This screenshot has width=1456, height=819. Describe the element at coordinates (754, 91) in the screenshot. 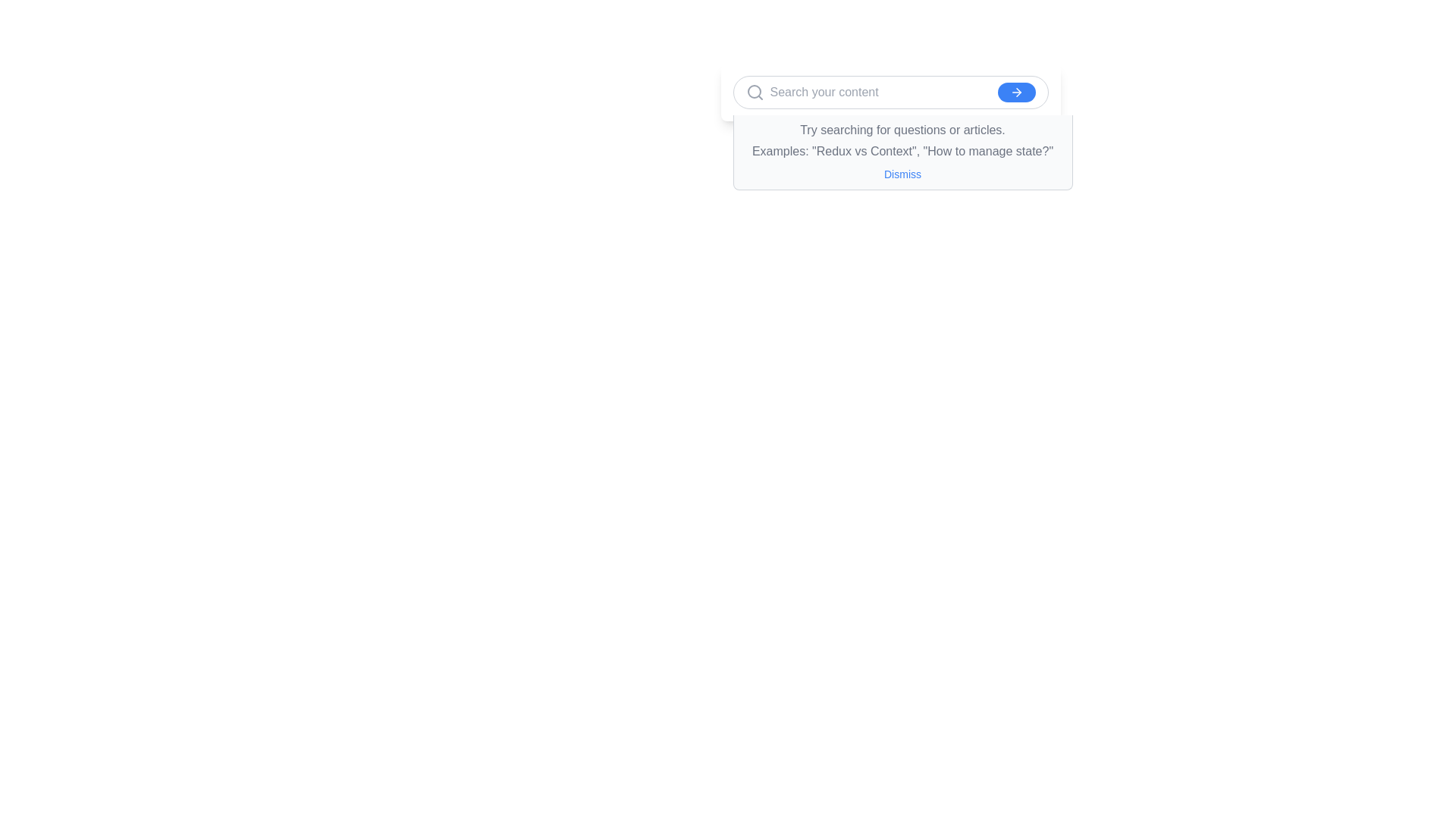

I see `the circular lens component of the search icon located to the left of the search input field in the top-right corner of the interface` at that location.